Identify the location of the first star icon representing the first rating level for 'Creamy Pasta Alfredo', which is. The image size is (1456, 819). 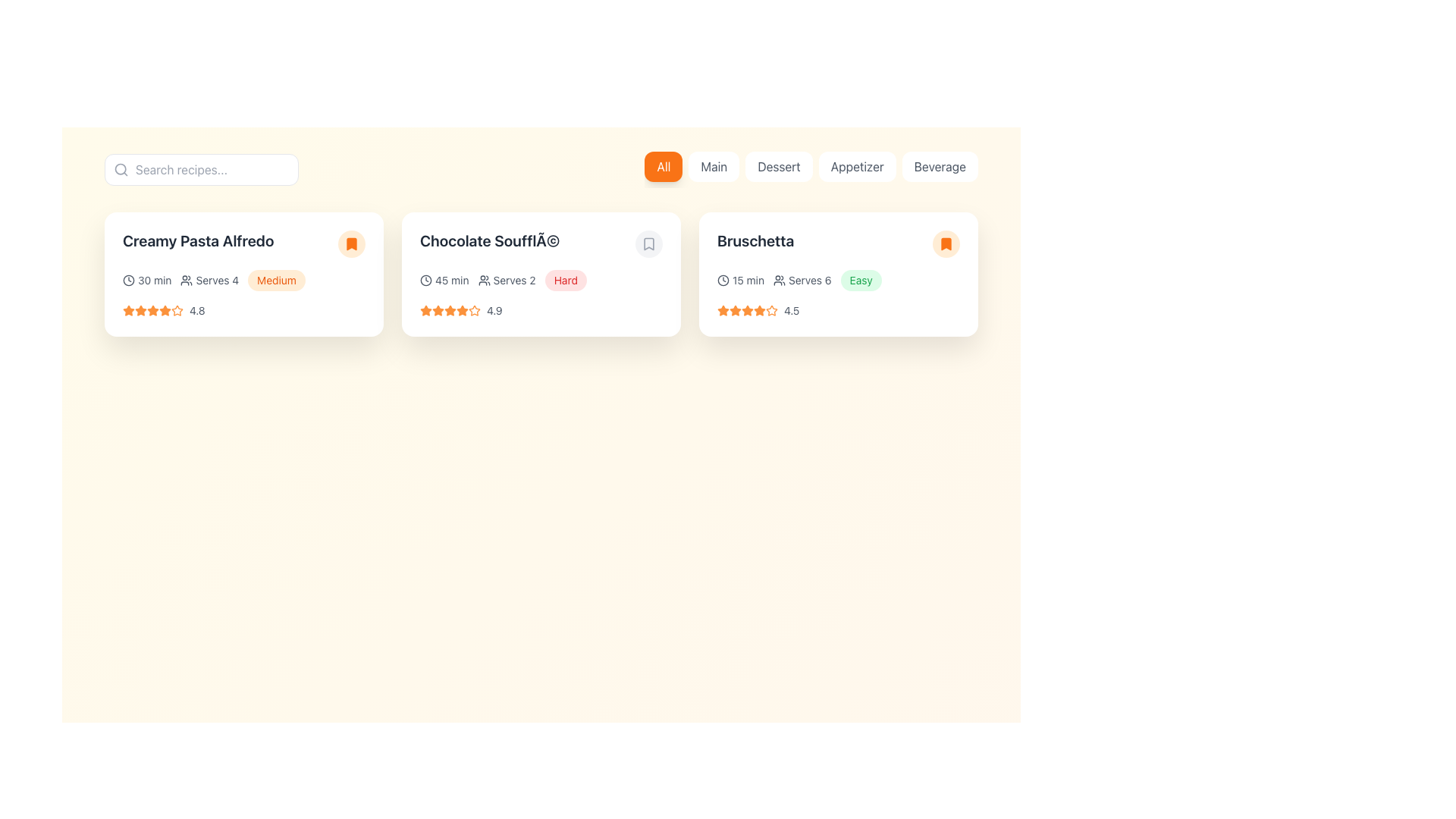
(141, 309).